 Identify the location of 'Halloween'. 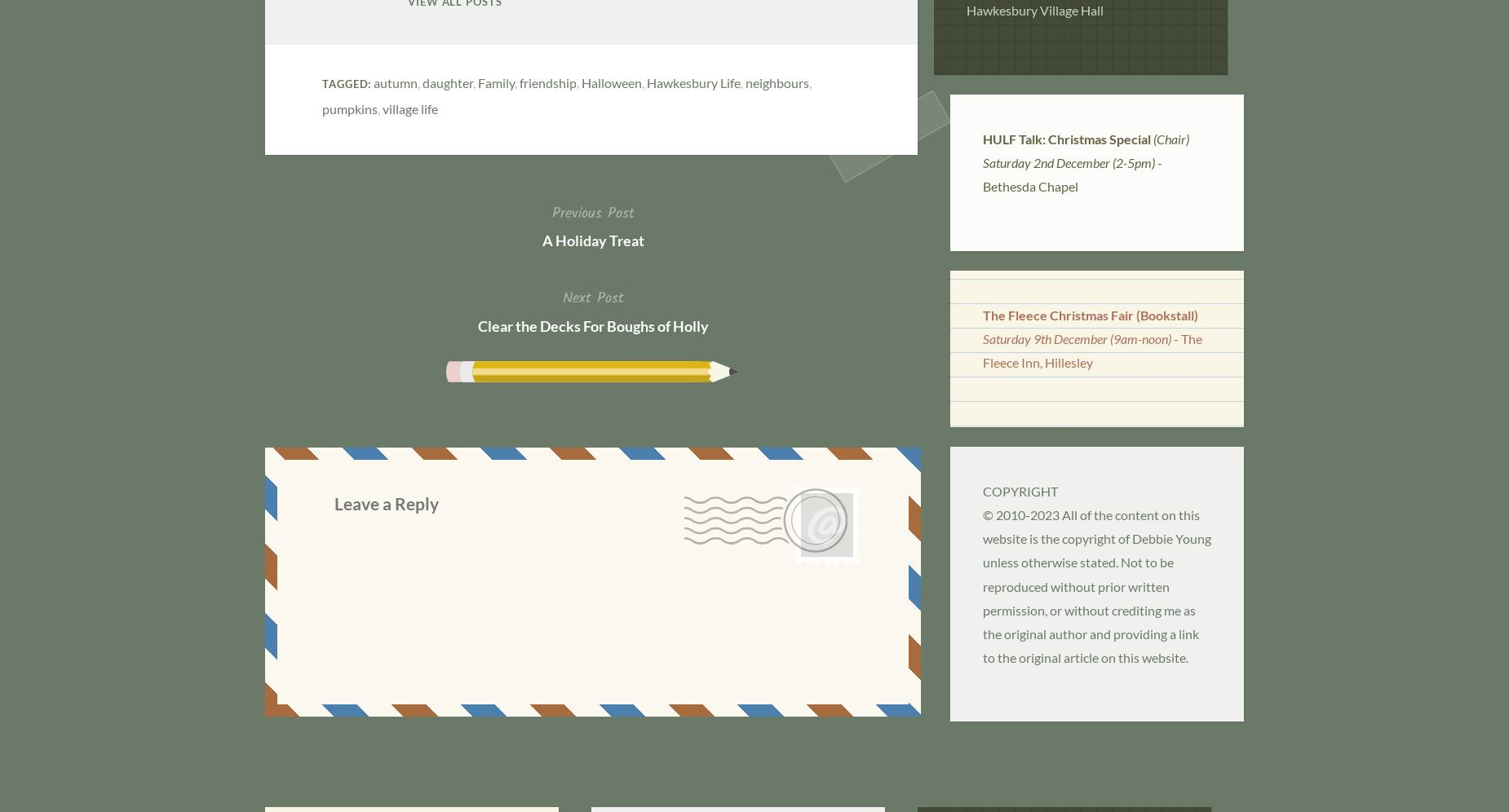
(611, 82).